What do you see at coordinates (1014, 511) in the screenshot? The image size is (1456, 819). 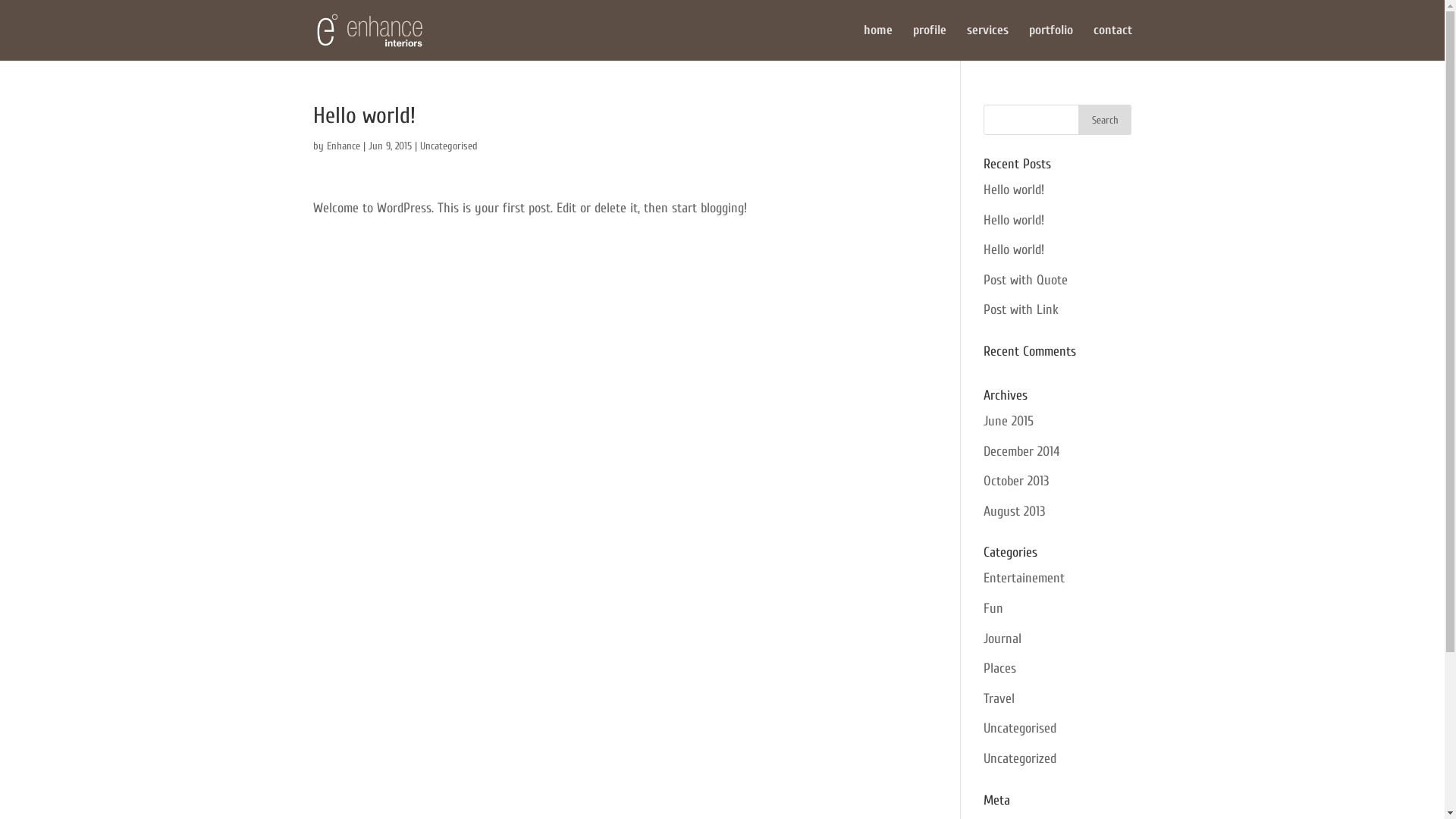 I see `'August 2013'` at bounding box center [1014, 511].